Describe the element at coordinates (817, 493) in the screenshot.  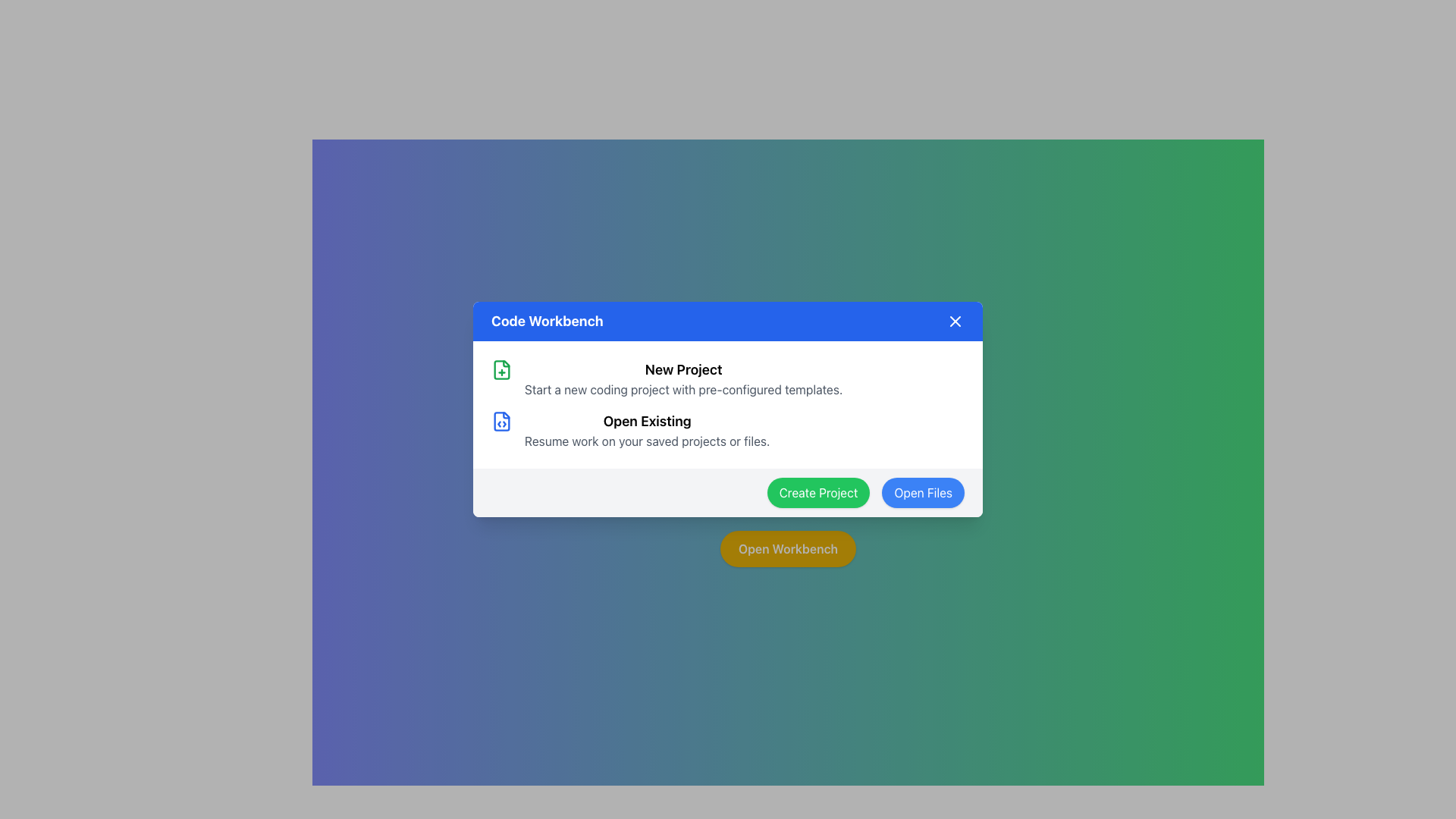
I see `the 'Create Project' button located at the bottom-right of the modal box` at that location.